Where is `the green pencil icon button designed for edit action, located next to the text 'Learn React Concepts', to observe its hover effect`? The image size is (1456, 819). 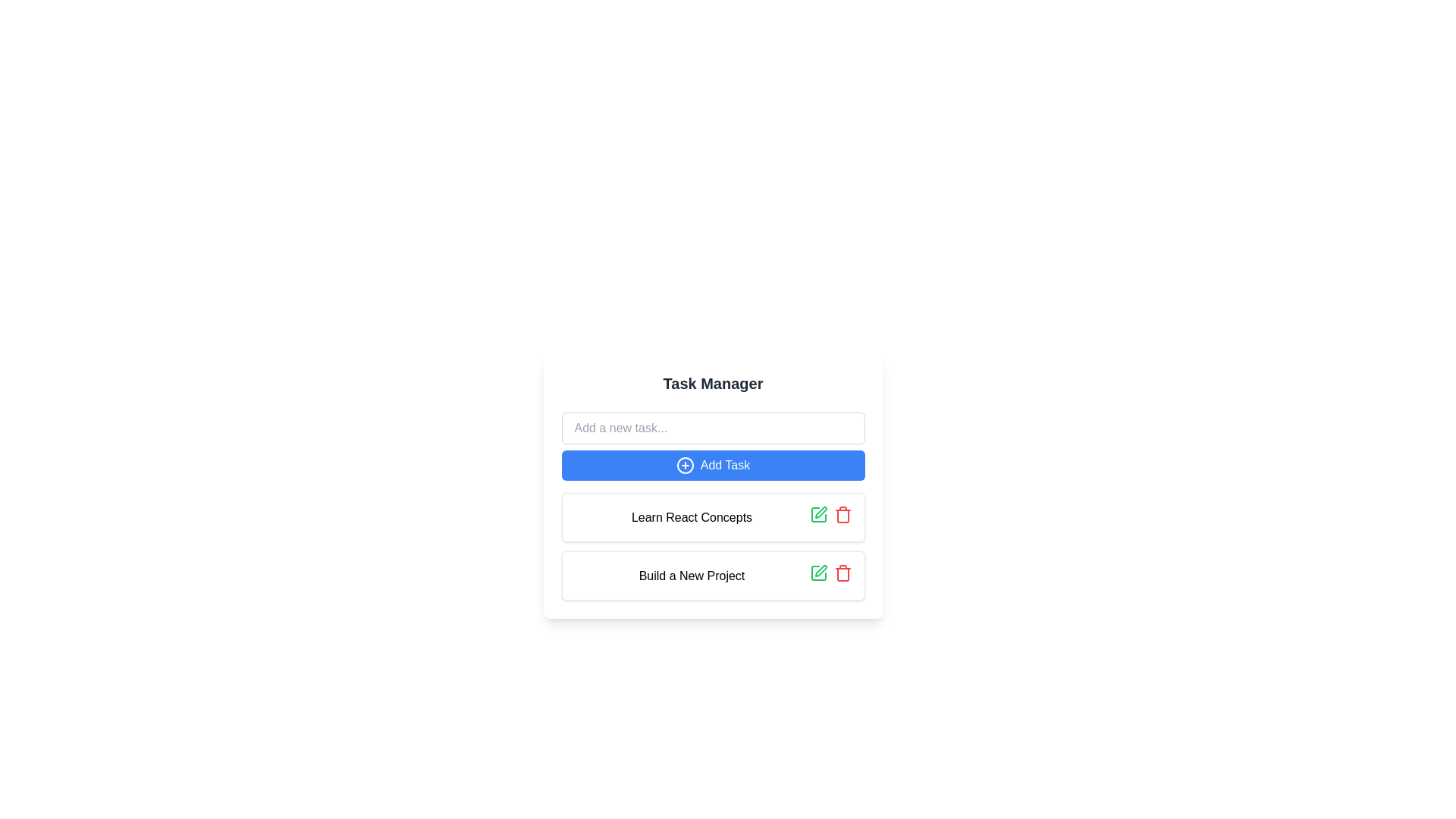 the green pencil icon button designed for edit action, located next to the text 'Learn React Concepts', to observe its hover effect is located at coordinates (817, 513).